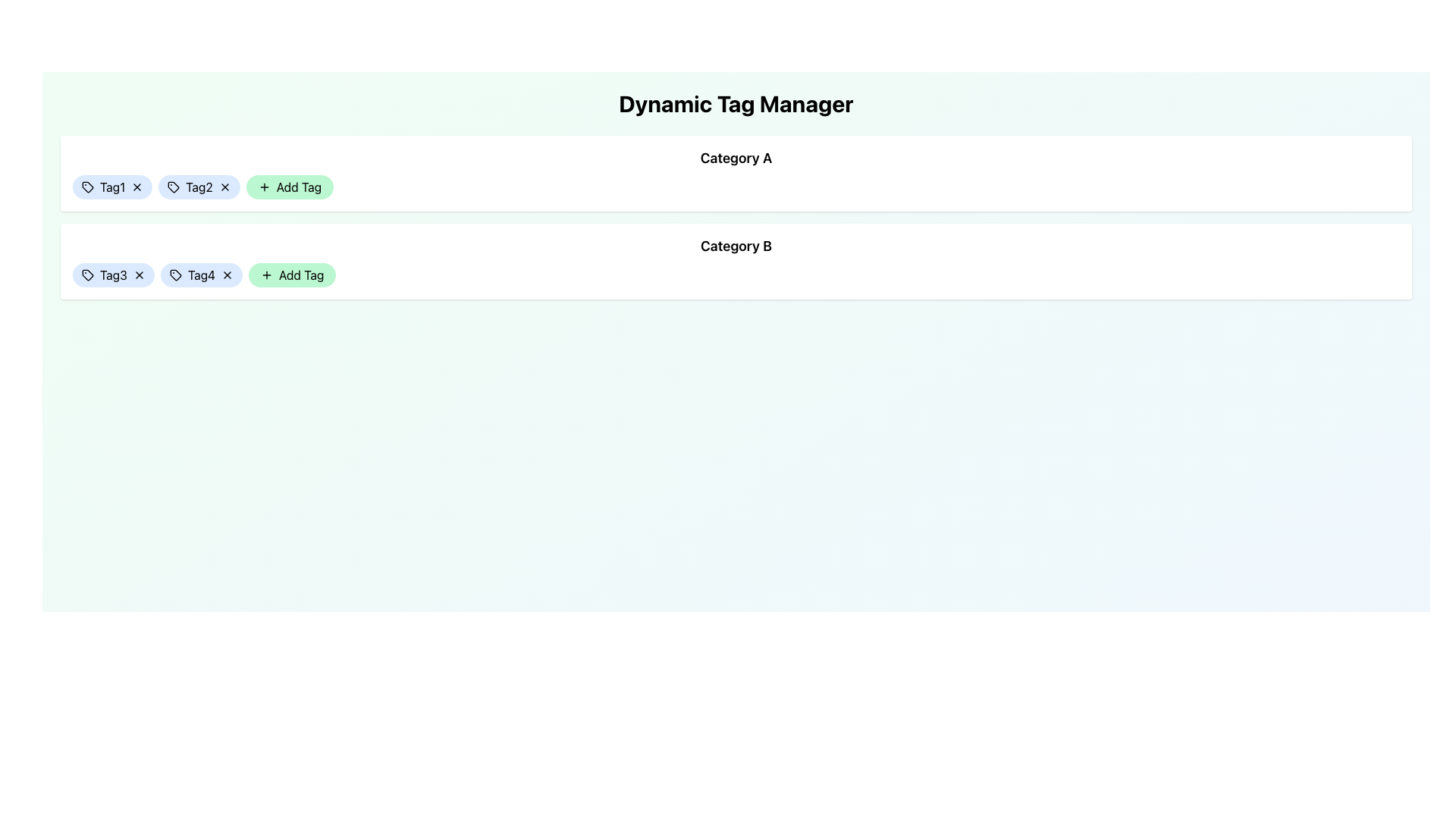 The height and width of the screenshot is (819, 1456). Describe the element at coordinates (174, 186) in the screenshot. I see `the tag icon located to the left of the text 'Tag2' within the light blue rounded rectangular box in the second position under 'Category A'` at that location.